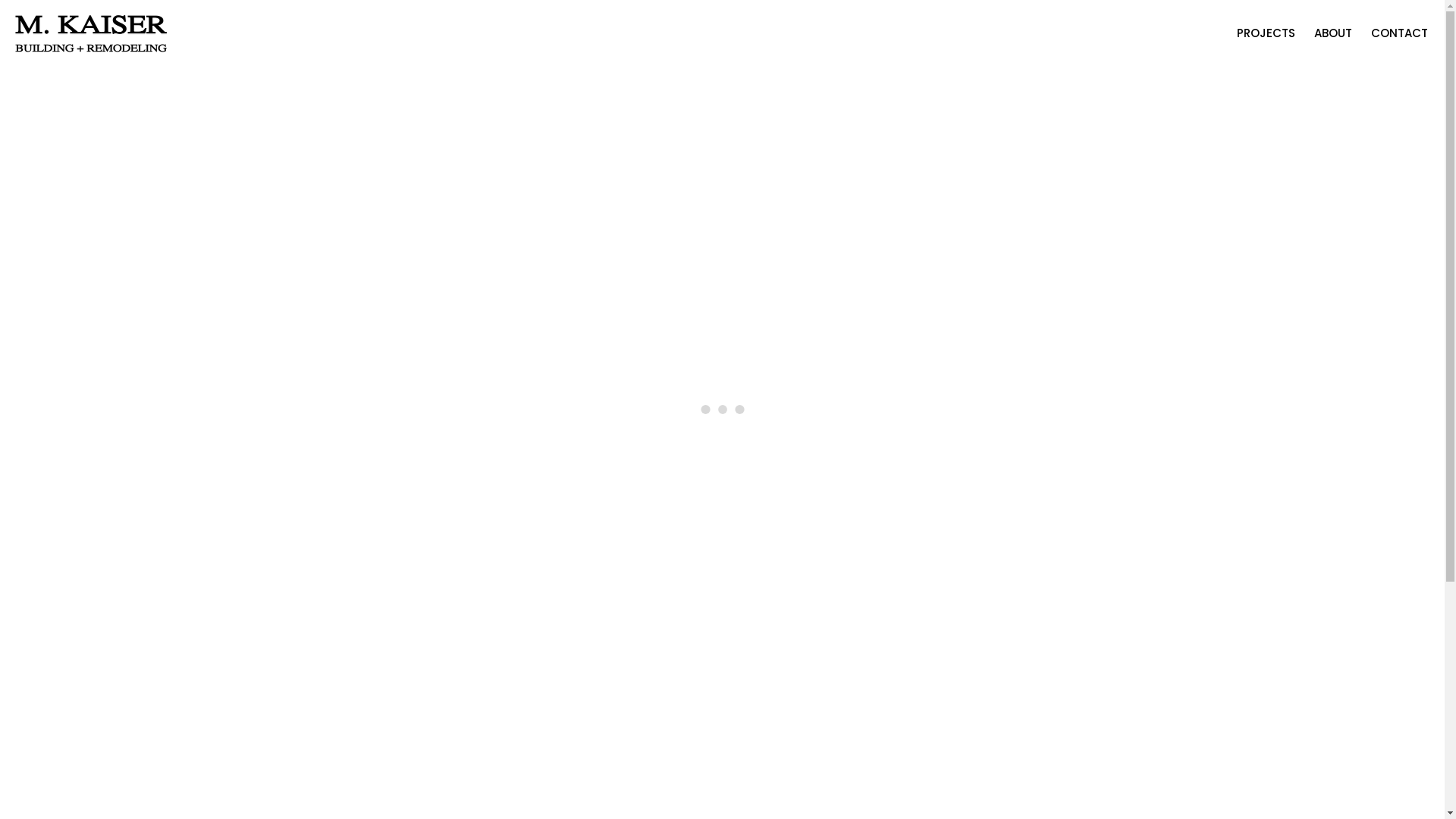 The width and height of the screenshot is (1456, 819). What do you see at coordinates (1266, 34) in the screenshot?
I see `'PROJECTS'` at bounding box center [1266, 34].